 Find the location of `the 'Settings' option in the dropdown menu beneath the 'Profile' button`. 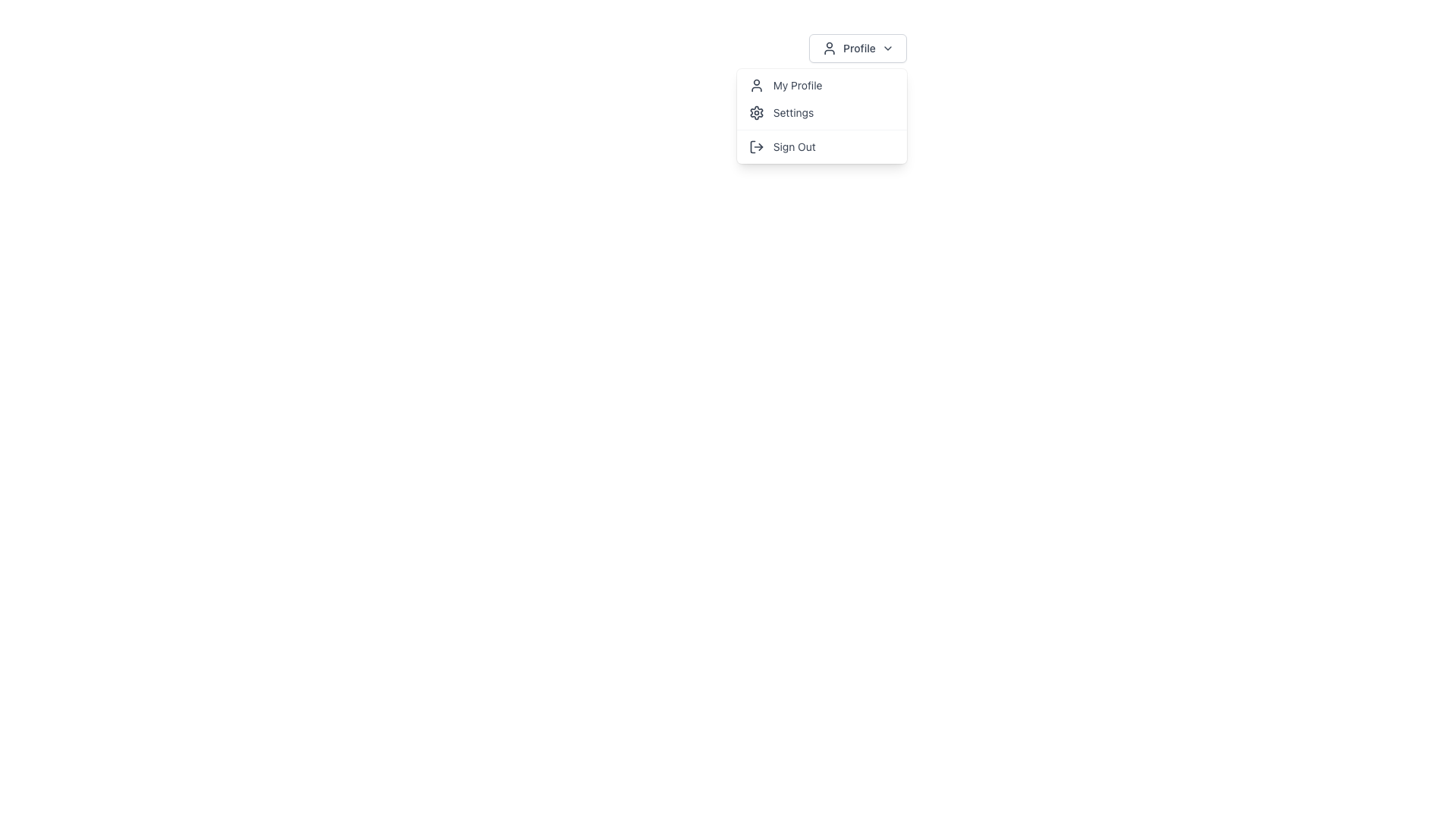

the 'Settings' option in the dropdown menu beneath the 'Profile' button is located at coordinates (821, 115).